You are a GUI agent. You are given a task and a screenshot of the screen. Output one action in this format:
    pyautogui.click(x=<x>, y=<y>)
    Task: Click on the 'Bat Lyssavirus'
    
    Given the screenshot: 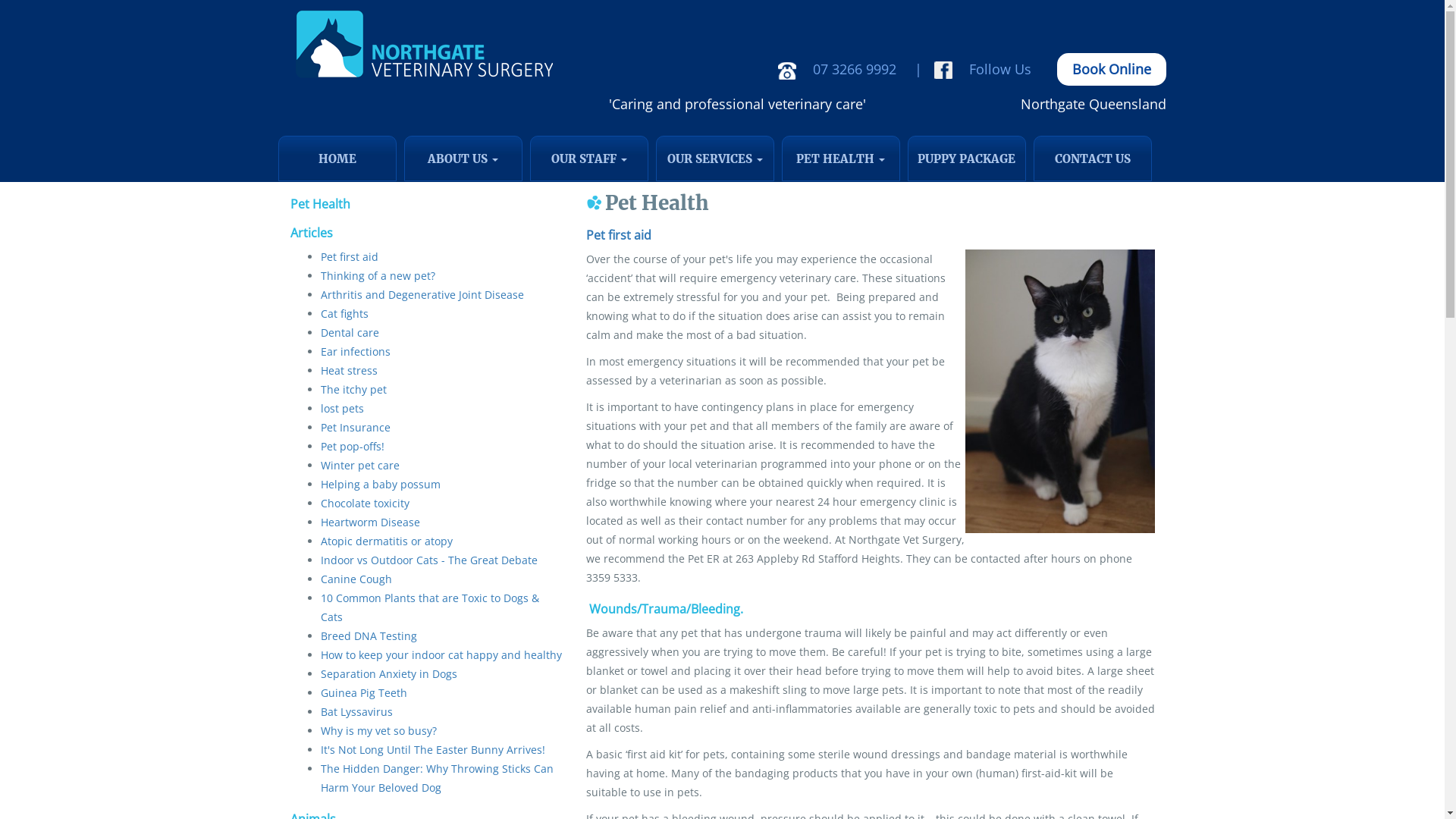 What is the action you would take?
    pyautogui.click(x=355, y=711)
    